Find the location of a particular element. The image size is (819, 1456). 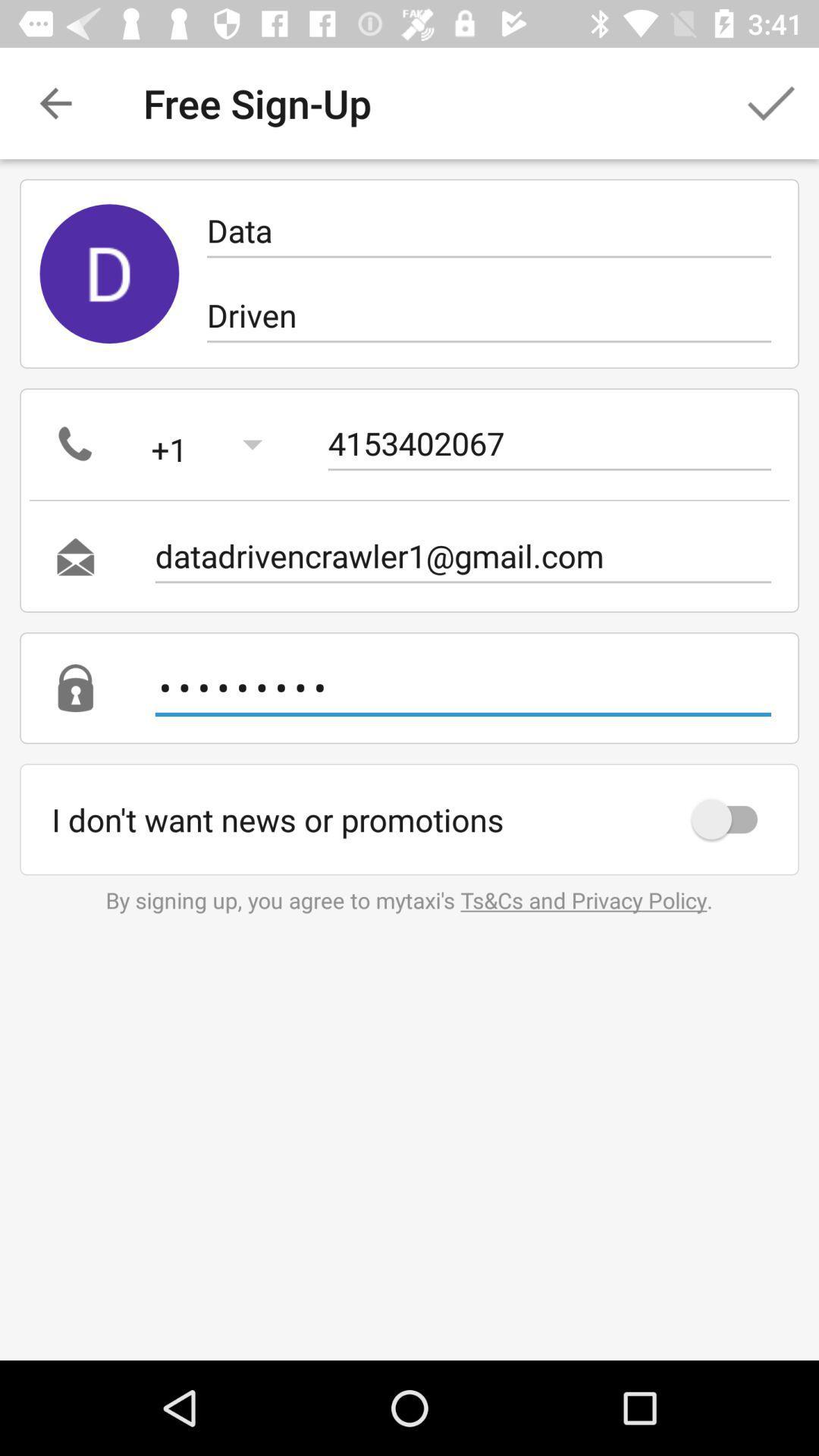

the item above data is located at coordinates (771, 102).